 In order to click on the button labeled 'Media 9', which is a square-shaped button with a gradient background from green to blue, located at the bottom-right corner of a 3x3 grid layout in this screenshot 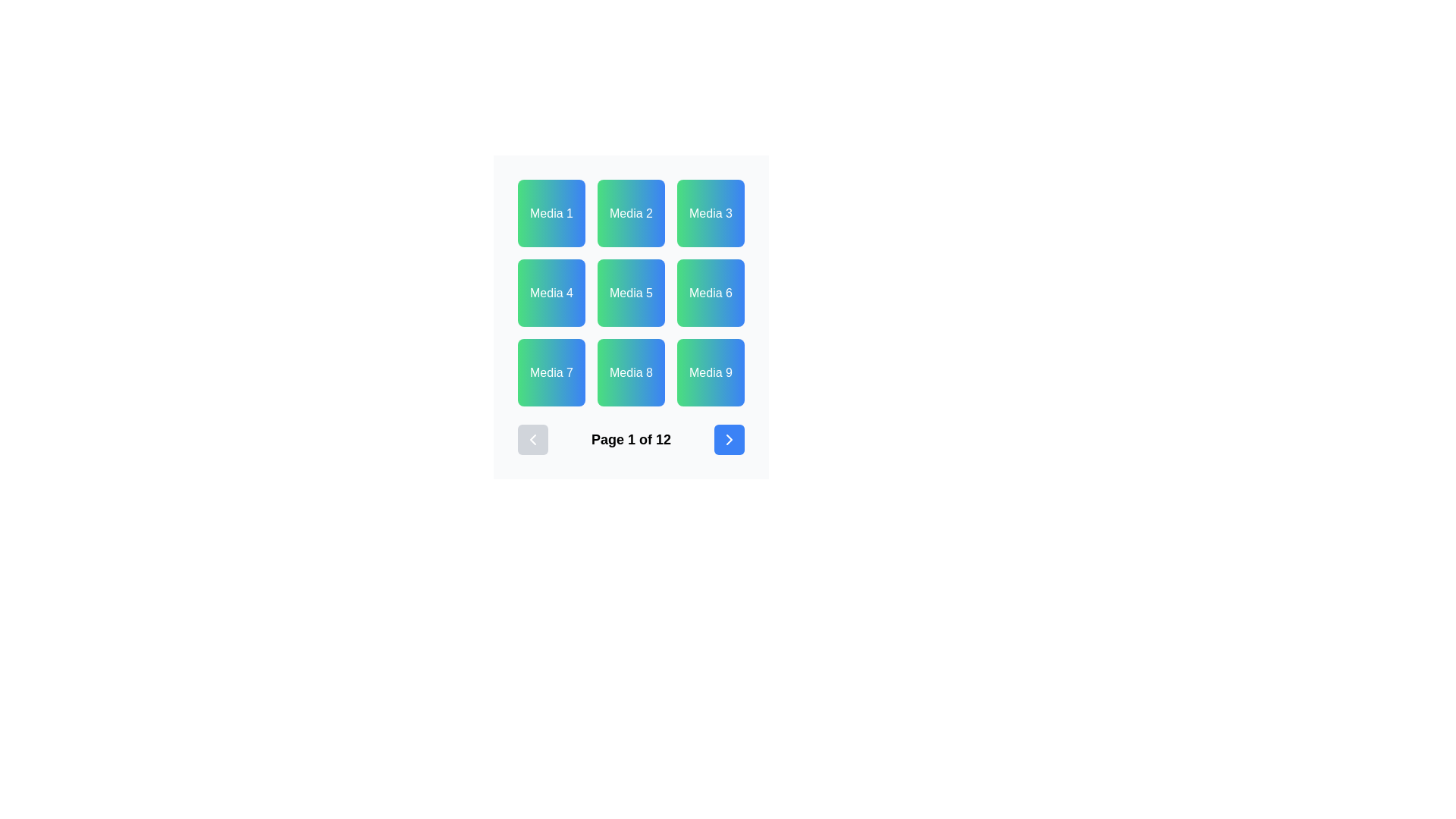, I will do `click(710, 372)`.